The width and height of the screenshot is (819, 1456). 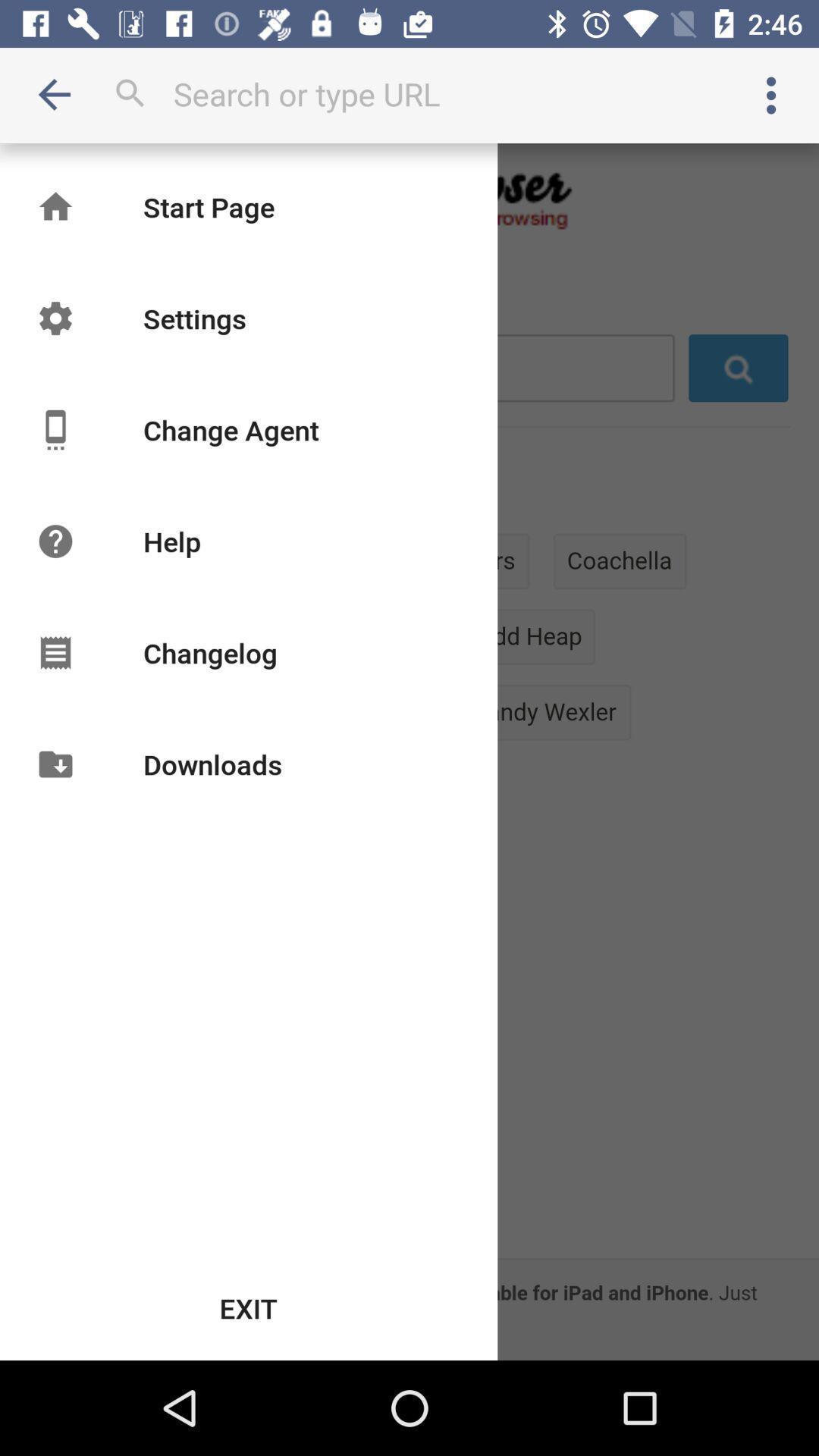 I want to click on icon at the center, so click(x=409, y=752).